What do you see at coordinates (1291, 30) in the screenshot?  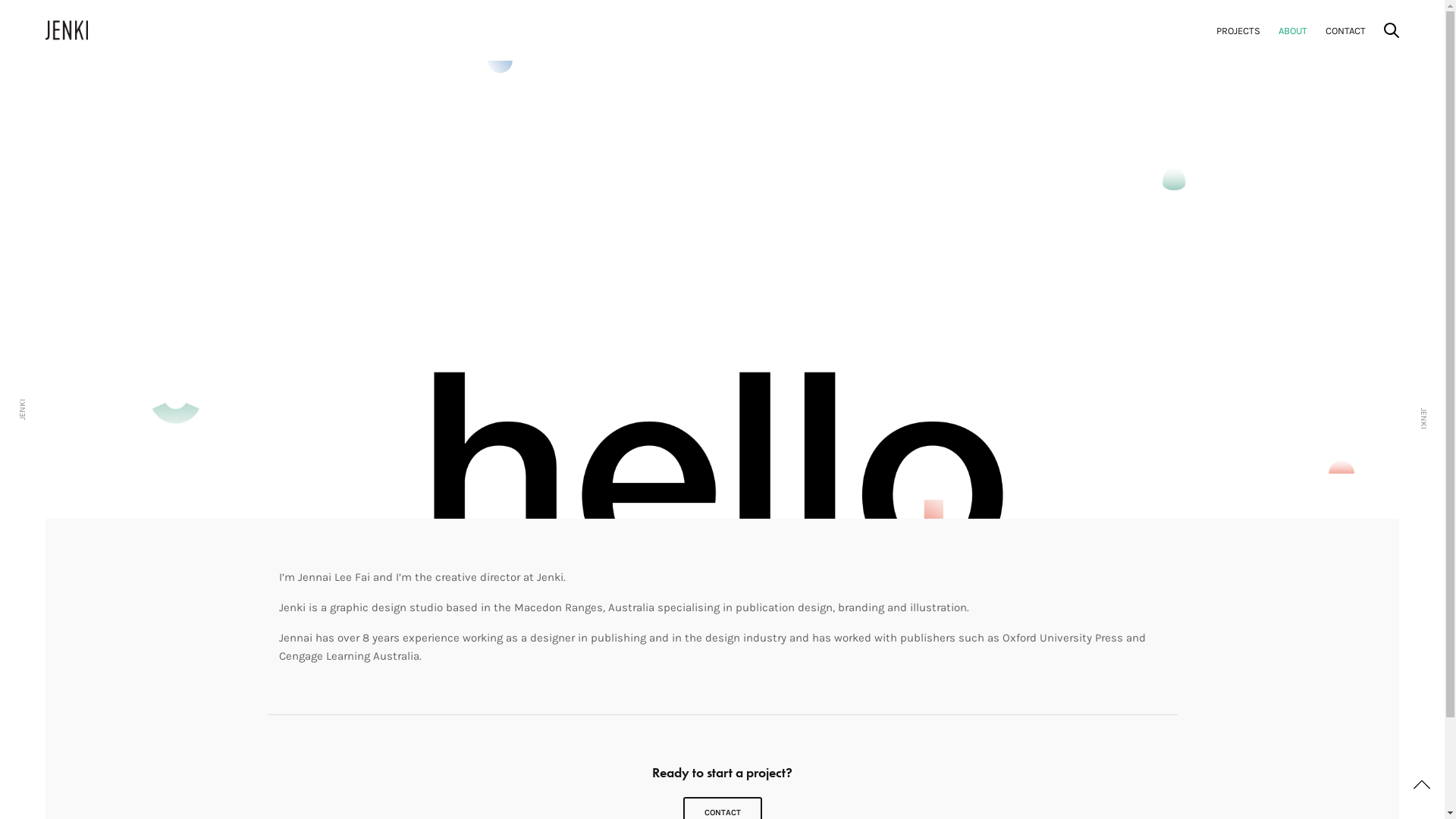 I see `'ABOUT'` at bounding box center [1291, 30].